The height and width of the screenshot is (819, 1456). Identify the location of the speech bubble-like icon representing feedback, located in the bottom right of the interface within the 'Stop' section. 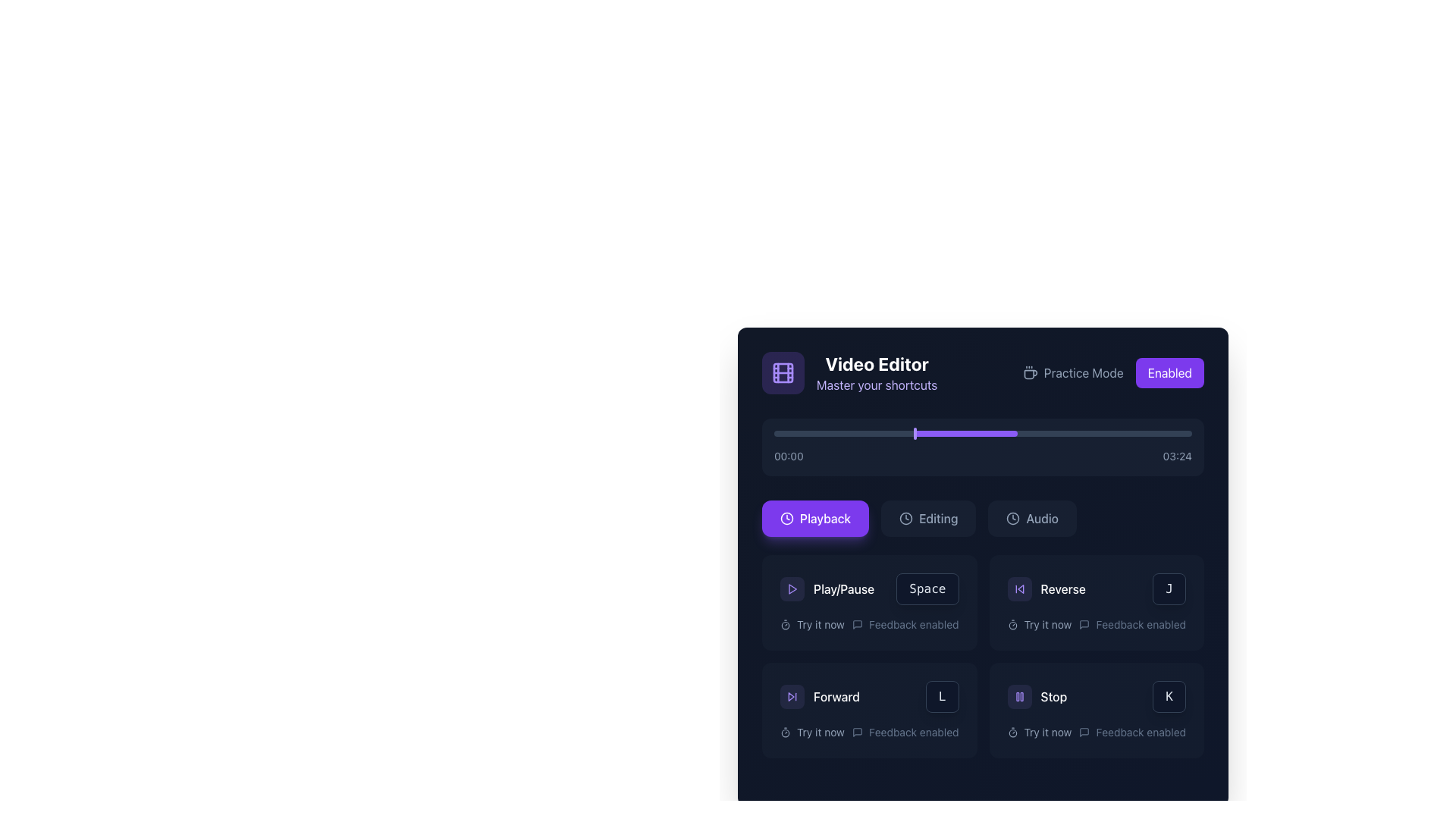
(1084, 731).